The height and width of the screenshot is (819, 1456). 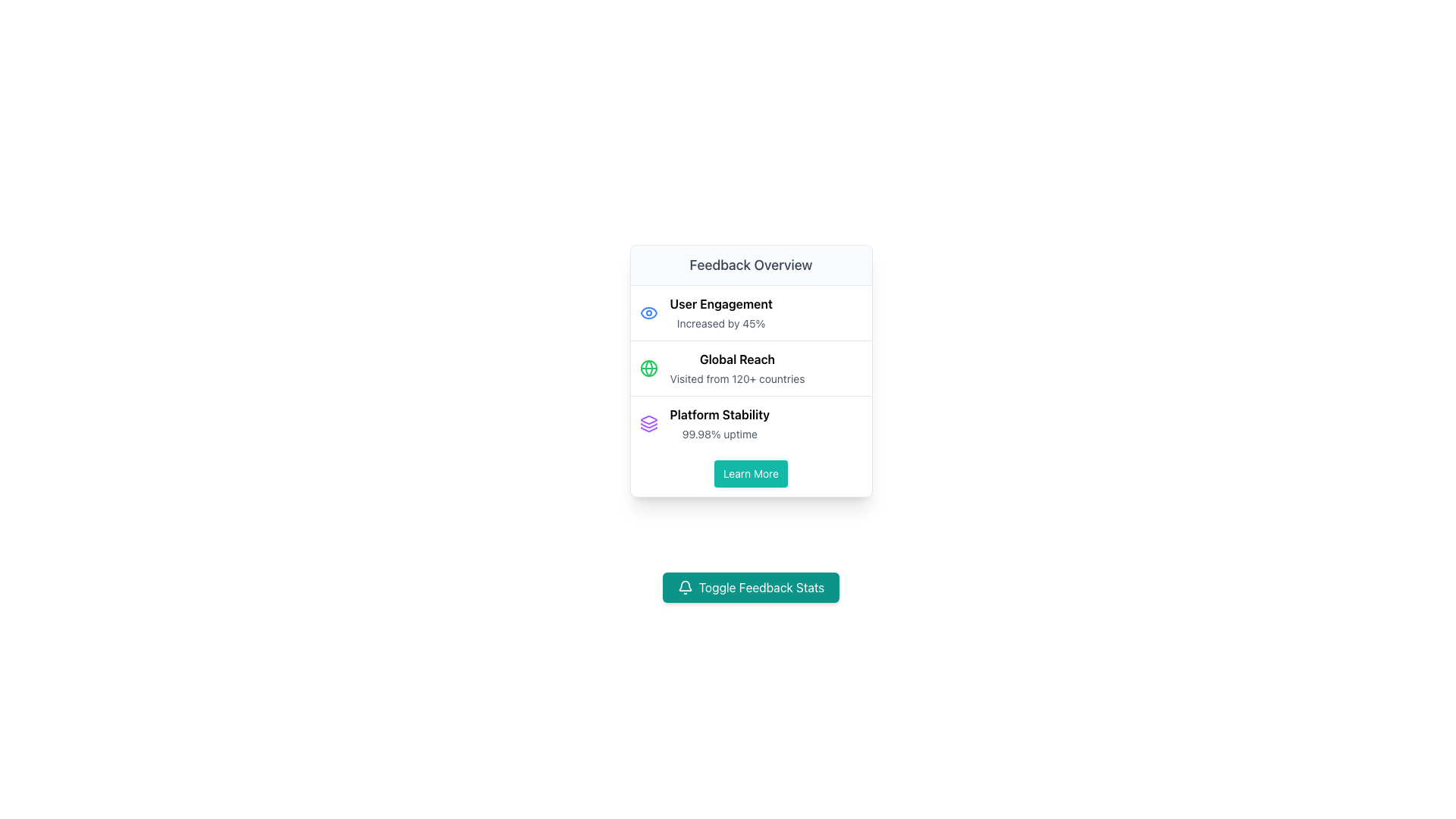 I want to click on the SVG Icon (Eye Symbol) located in the 'User Engagement' card within the 'Feedback Overview' section, which serves as a visual indicator for observation and monitoring, so click(x=648, y=312).